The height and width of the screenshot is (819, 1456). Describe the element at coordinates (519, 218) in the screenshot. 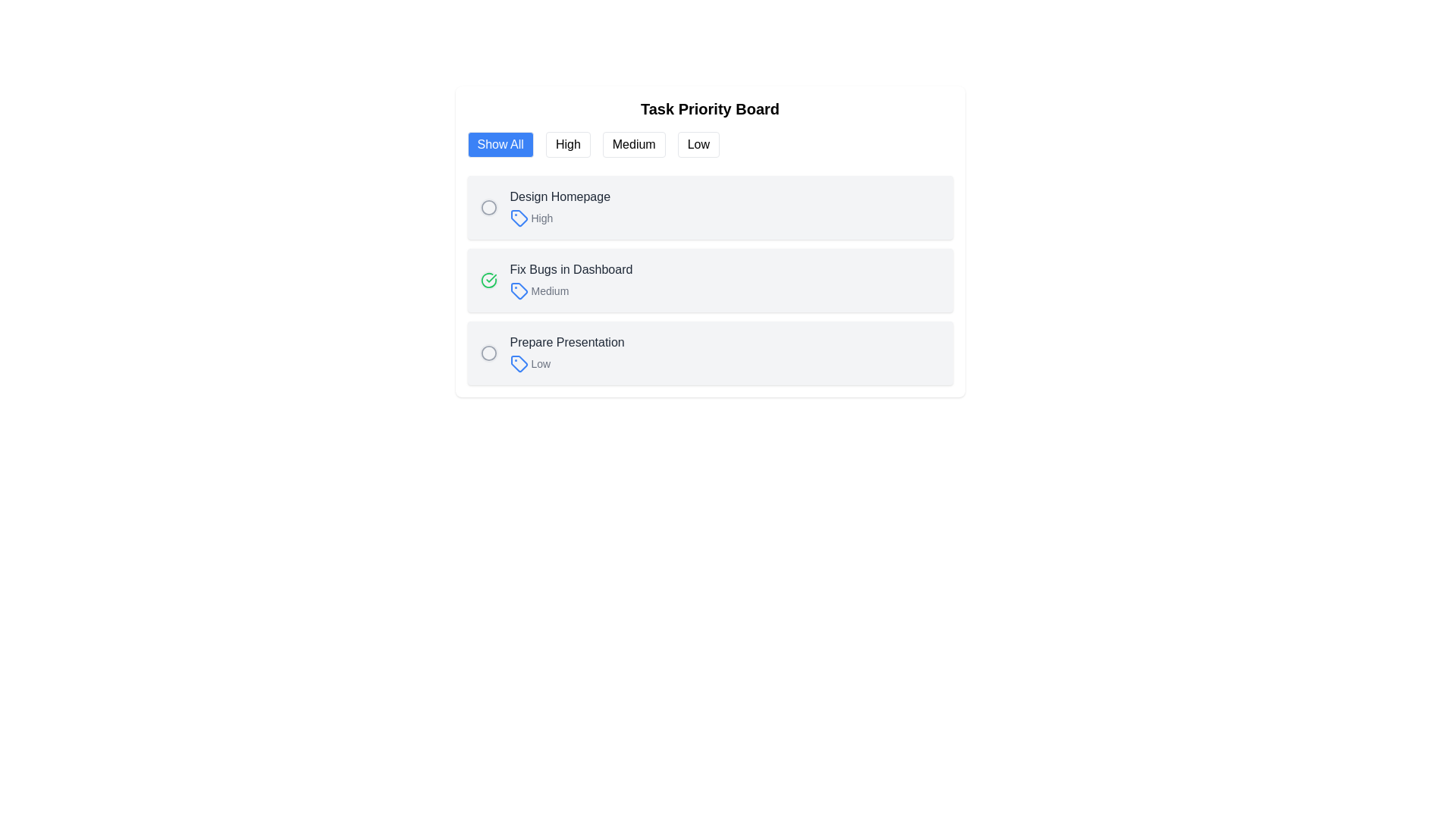

I see `the small graphical icon resembling a tag with a blue outline that is associated with the text 'High' in the 'Design Homepage' task list` at that location.